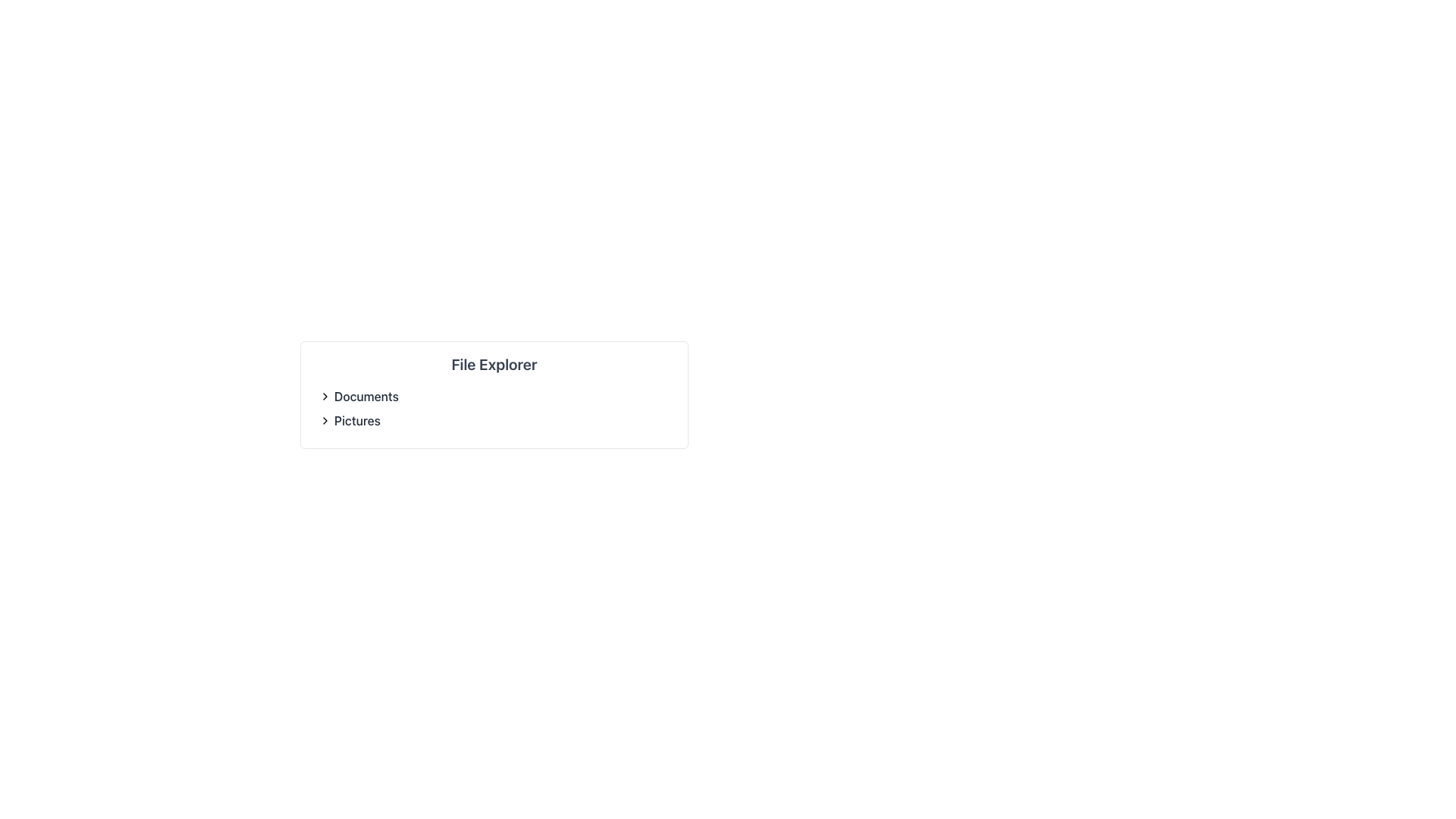  What do you see at coordinates (366, 396) in the screenshot?
I see `the 'Documents' text label under the 'File Explorer' header` at bounding box center [366, 396].